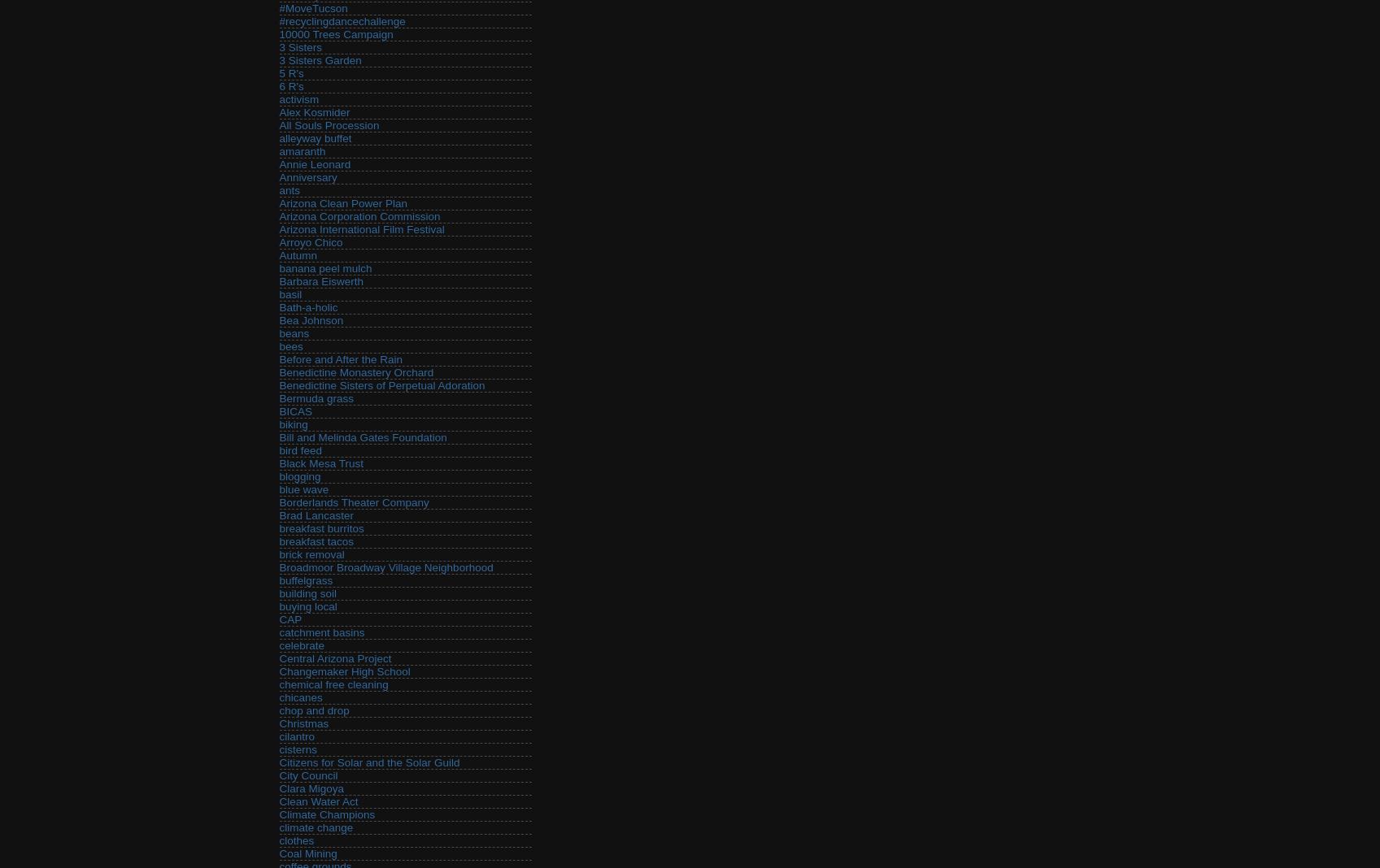 The height and width of the screenshot is (868, 1380). I want to click on 'Arizona Corporation Commission', so click(359, 216).